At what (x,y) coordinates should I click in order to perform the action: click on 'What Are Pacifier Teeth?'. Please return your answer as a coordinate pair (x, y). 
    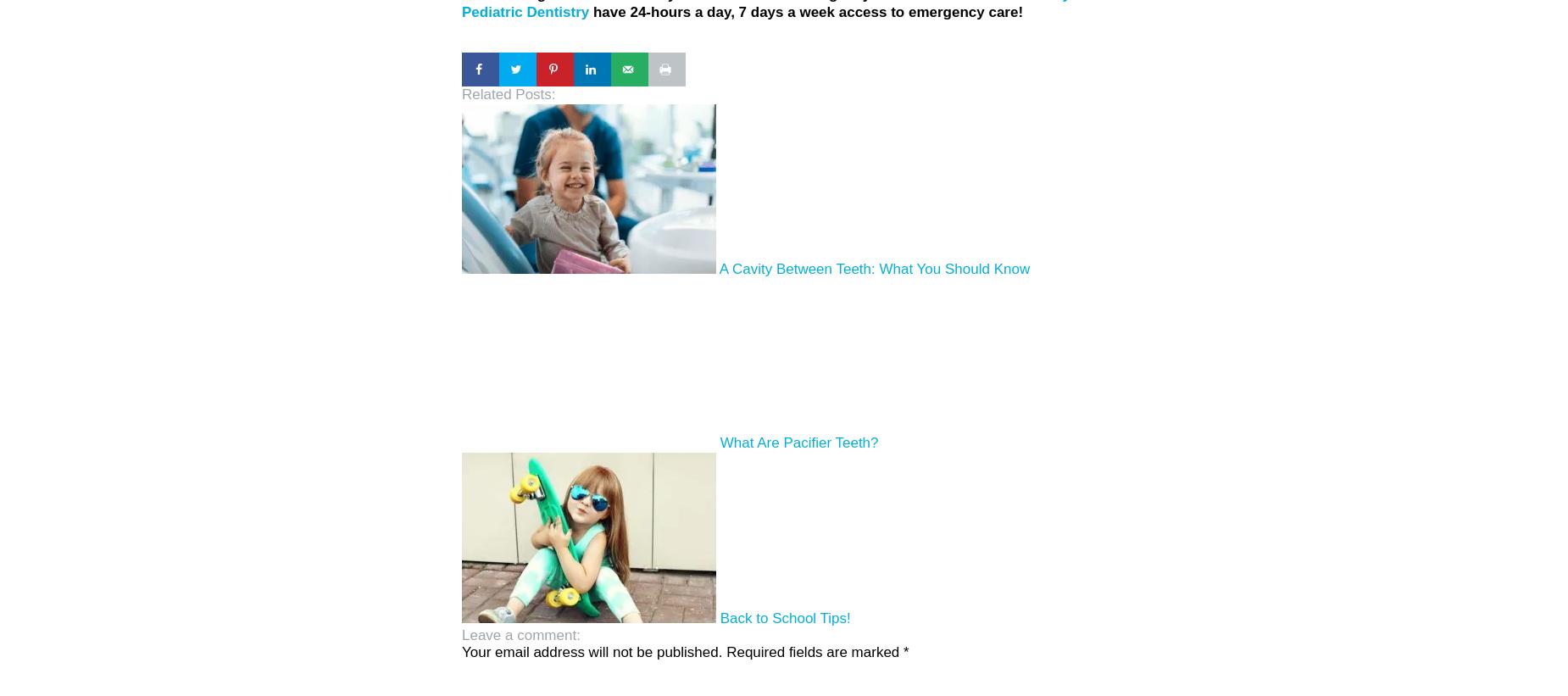
    Looking at the image, I should click on (761, 409).